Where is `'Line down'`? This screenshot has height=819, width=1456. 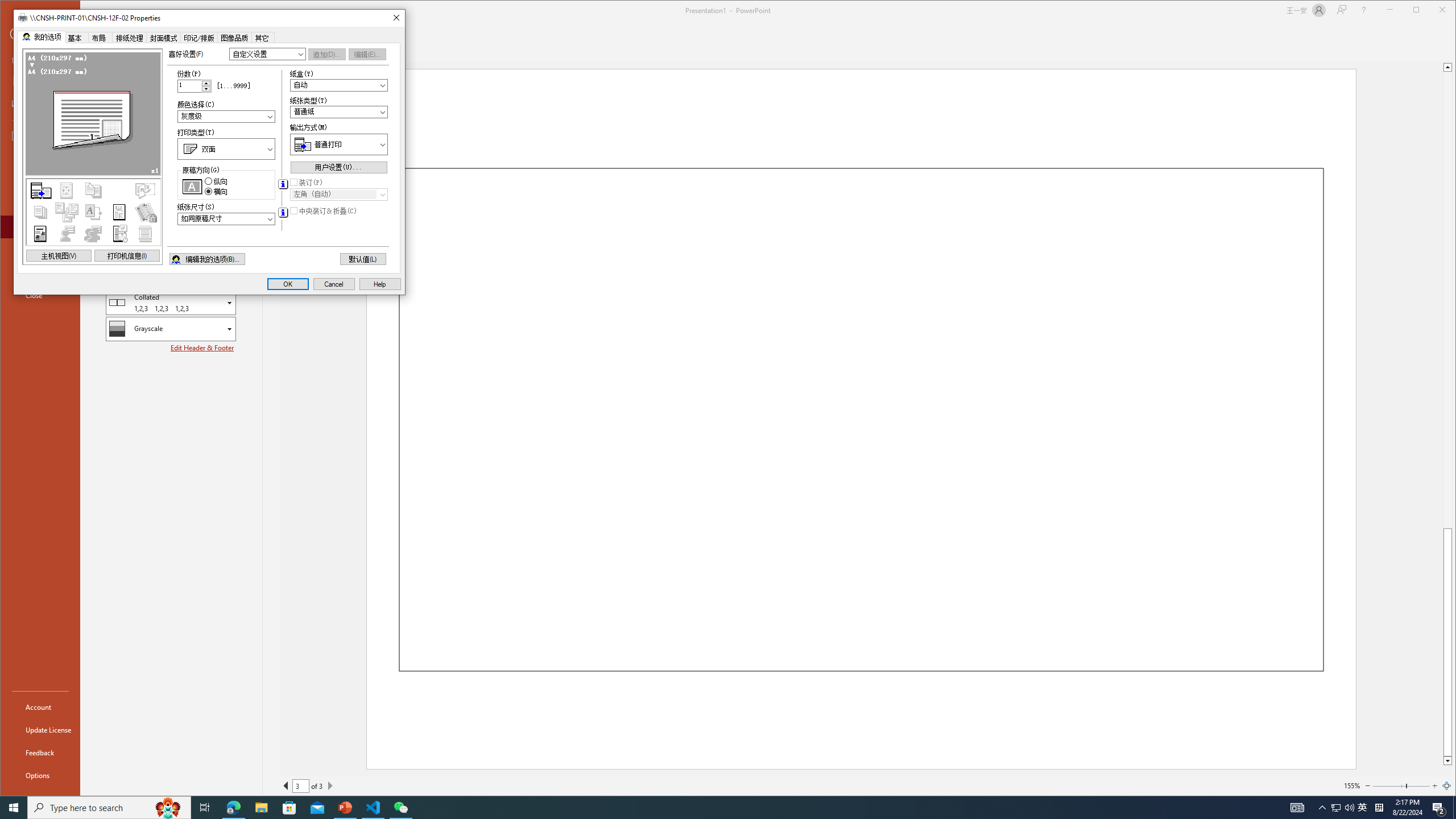 'Line down' is located at coordinates (1447, 760).